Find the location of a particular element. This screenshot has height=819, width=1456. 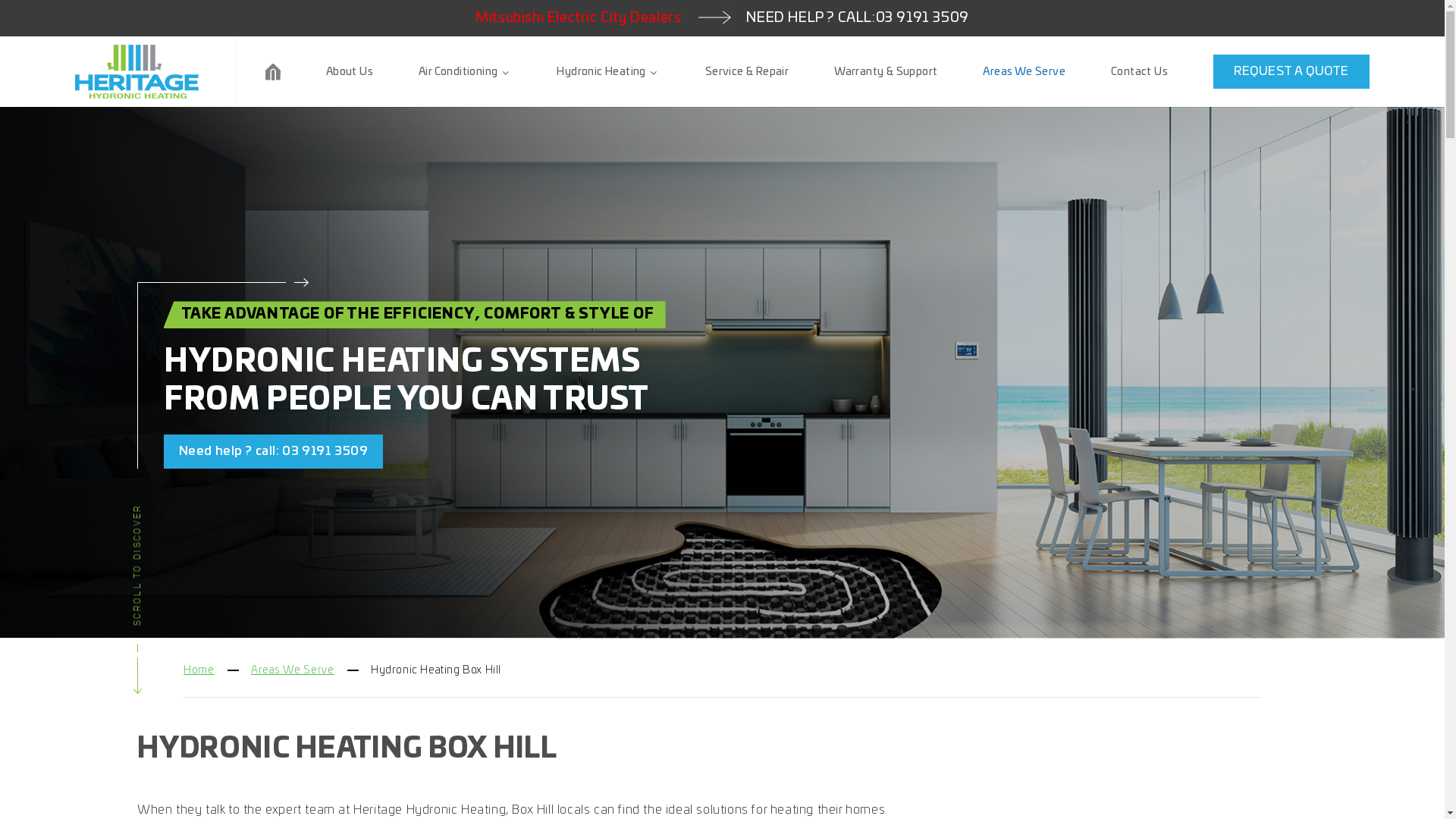

'Air Conditioning' is located at coordinates (419, 71).